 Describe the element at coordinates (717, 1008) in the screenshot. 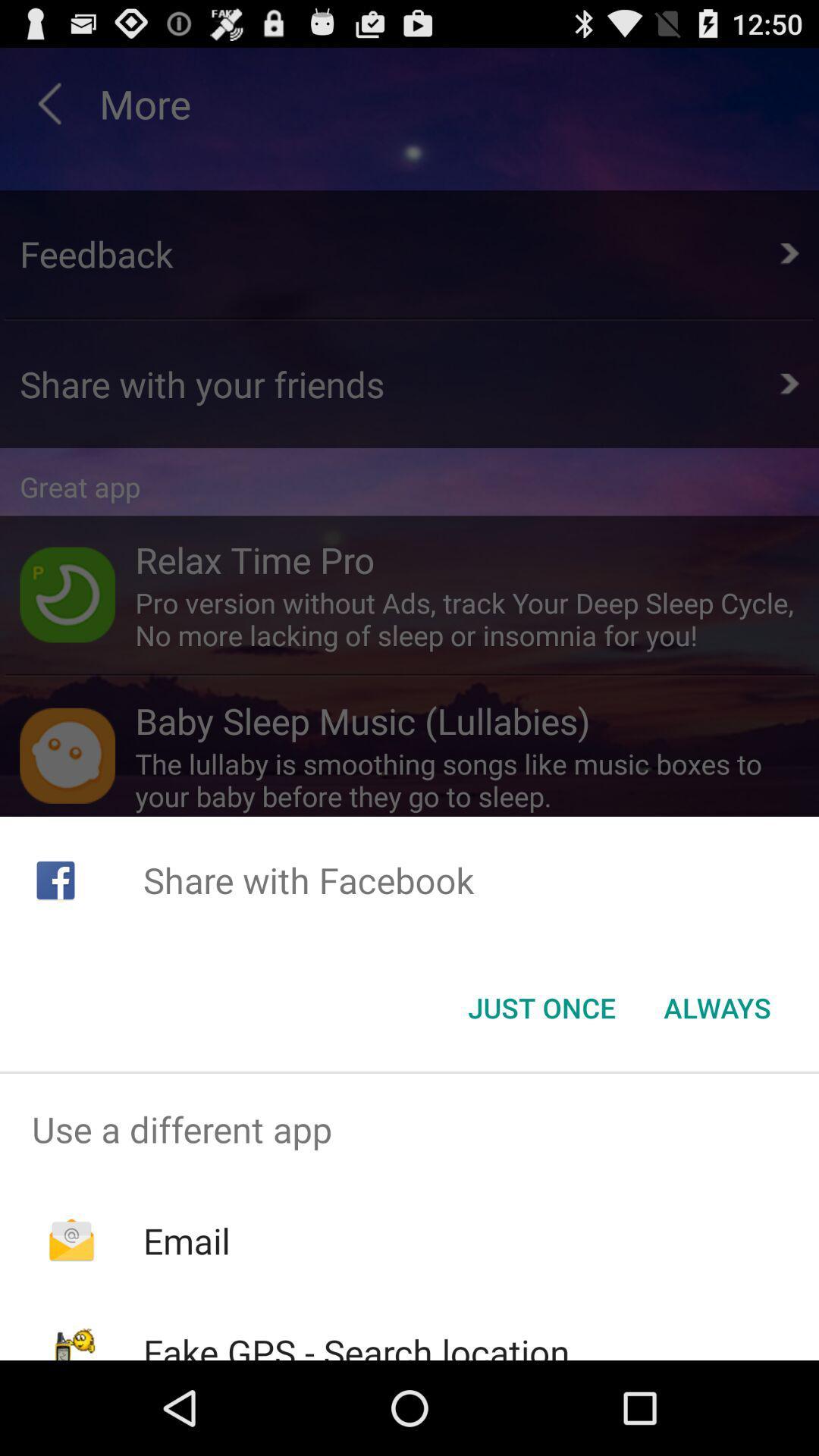

I see `the item at the bottom right corner` at that location.